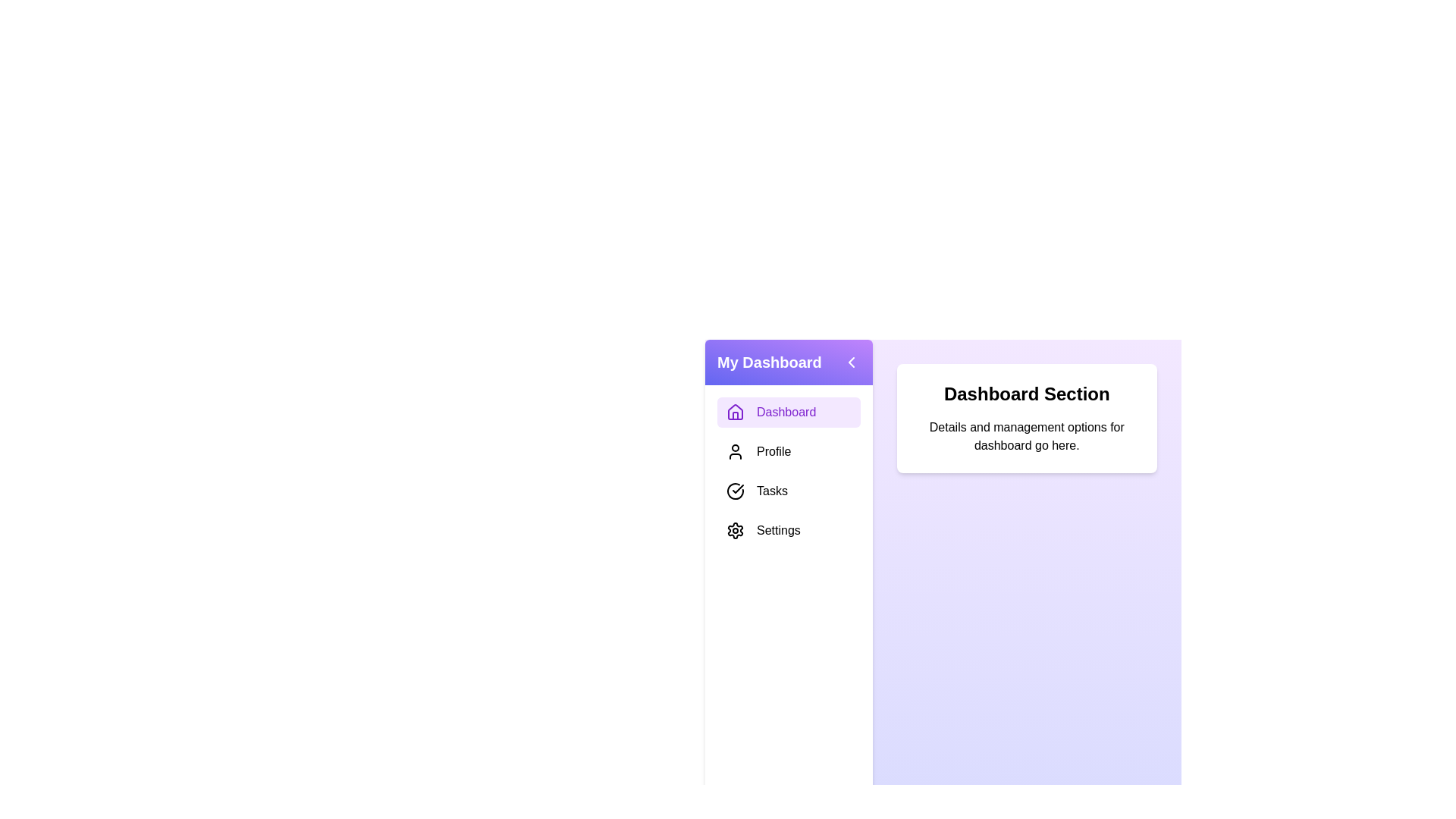  What do you see at coordinates (851, 362) in the screenshot?
I see `the left-pointing arrow icon on the right side of the purple header bar labeled 'My Dashboard'` at bounding box center [851, 362].